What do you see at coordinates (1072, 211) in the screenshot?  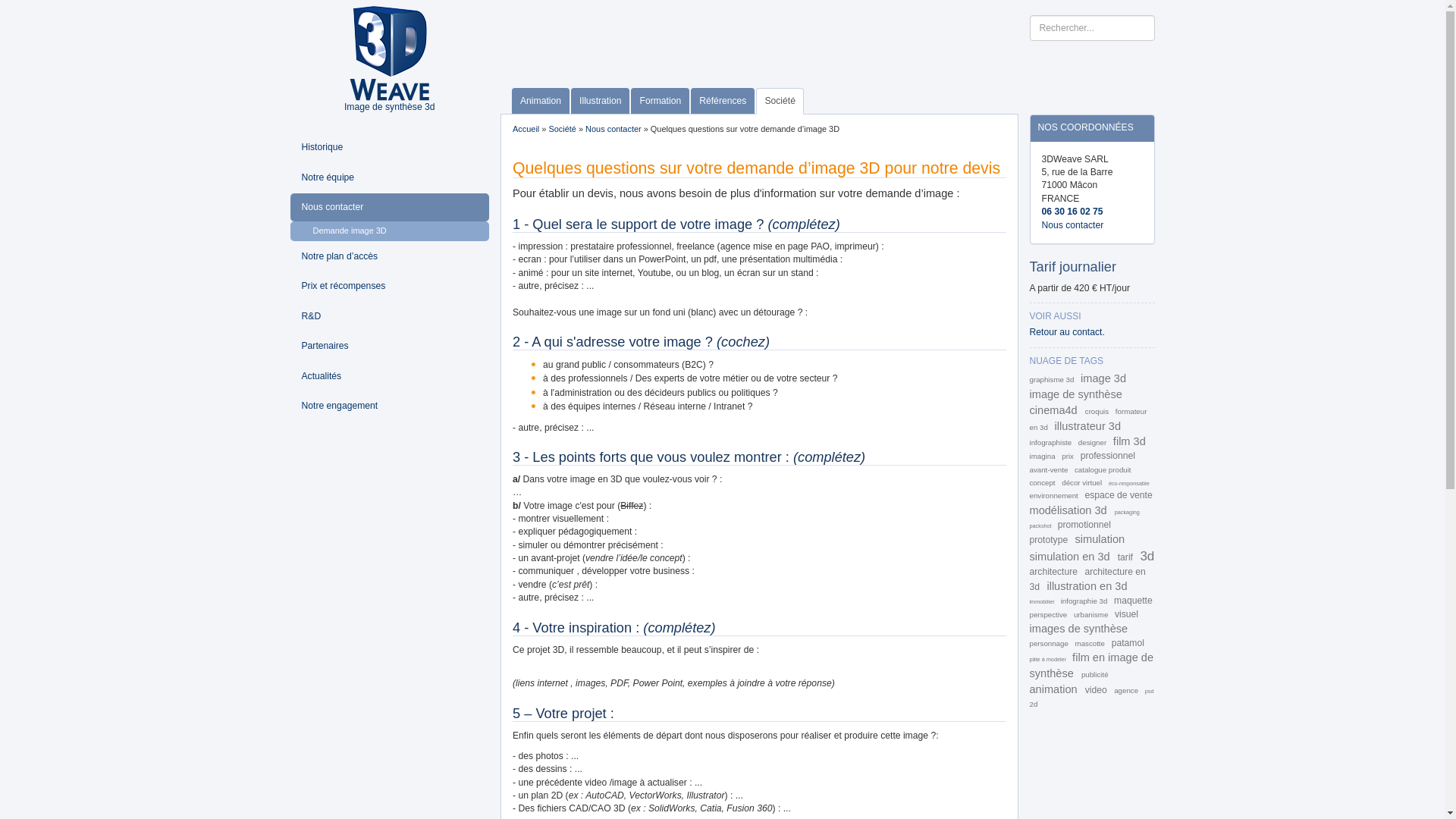 I see `'06 30 16 02 75'` at bounding box center [1072, 211].